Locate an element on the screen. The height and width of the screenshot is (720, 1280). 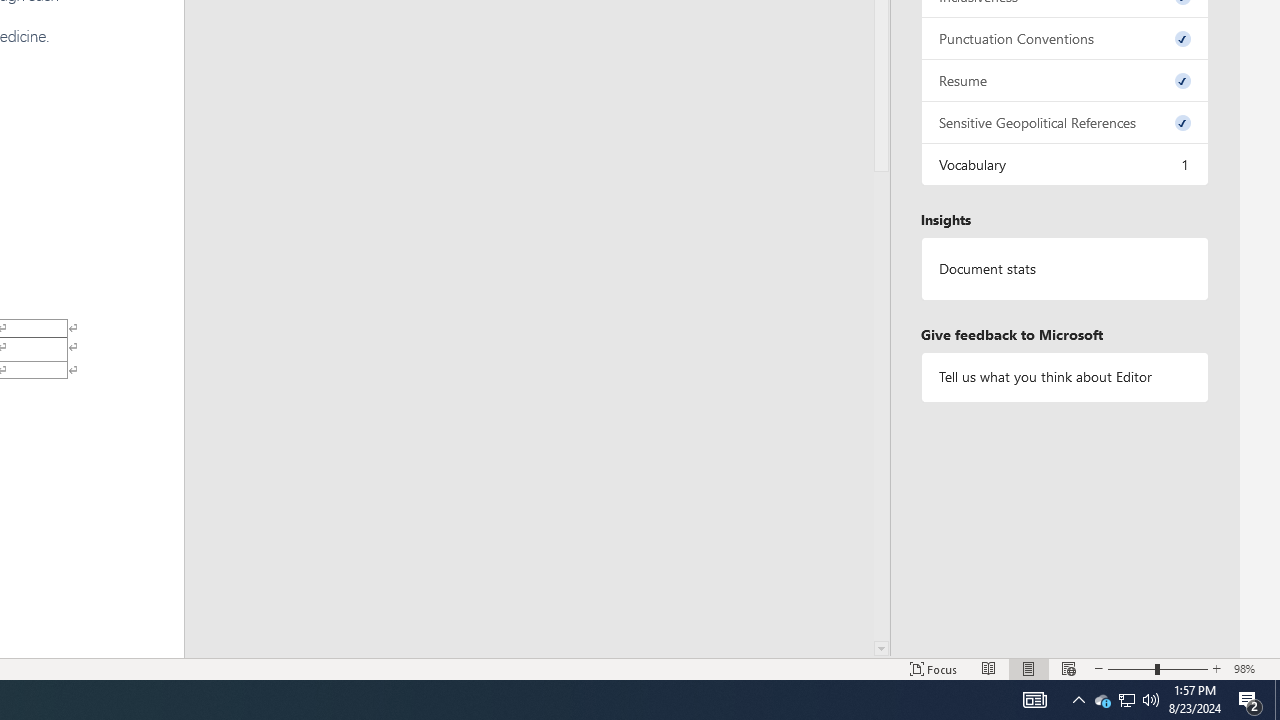
'Document statistics' is located at coordinates (1063, 268).